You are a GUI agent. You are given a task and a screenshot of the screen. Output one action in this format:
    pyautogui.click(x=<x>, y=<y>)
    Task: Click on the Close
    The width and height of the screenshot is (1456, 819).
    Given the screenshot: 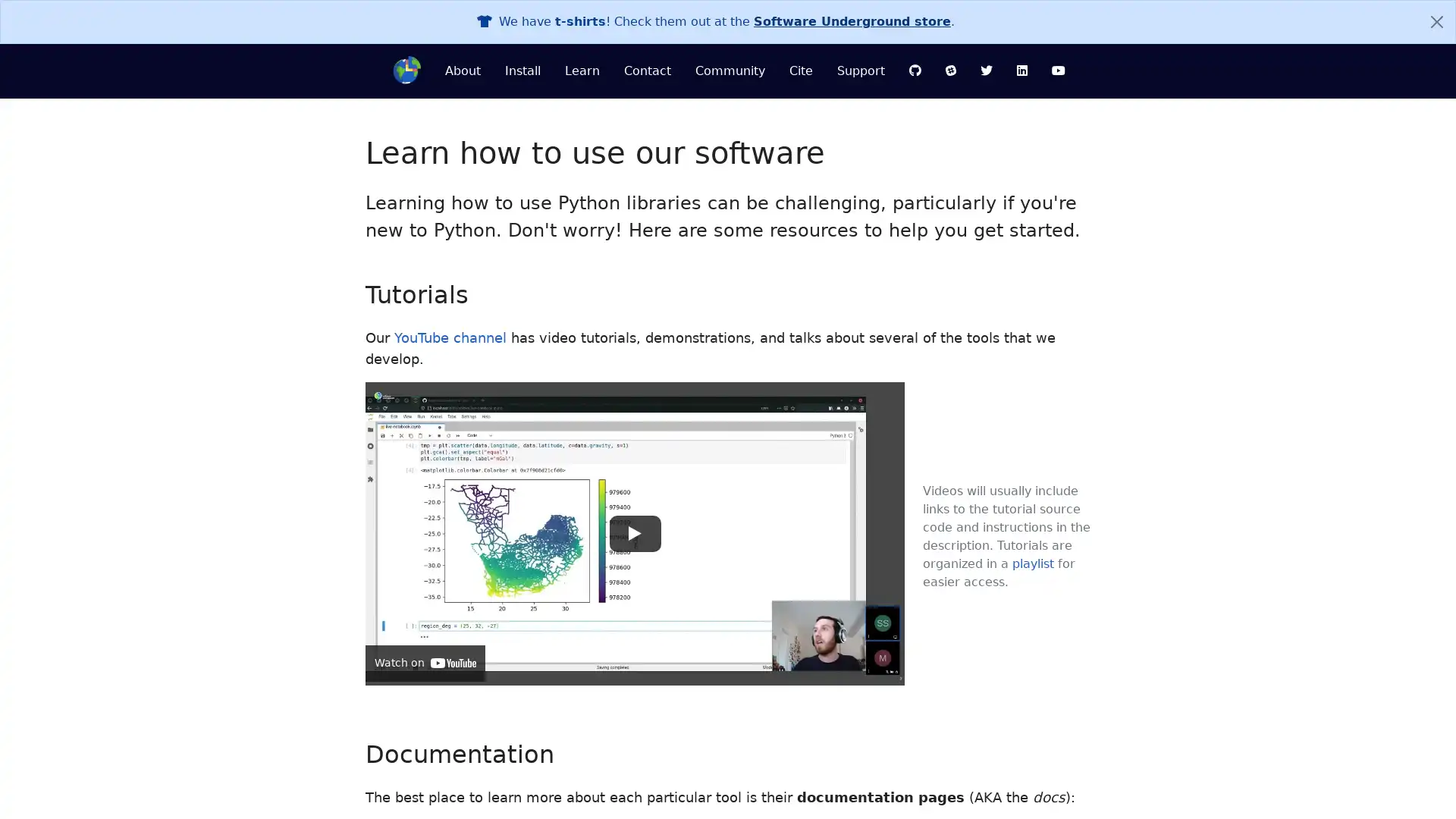 What is the action you would take?
    pyautogui.click(x=1436, y=22)
    